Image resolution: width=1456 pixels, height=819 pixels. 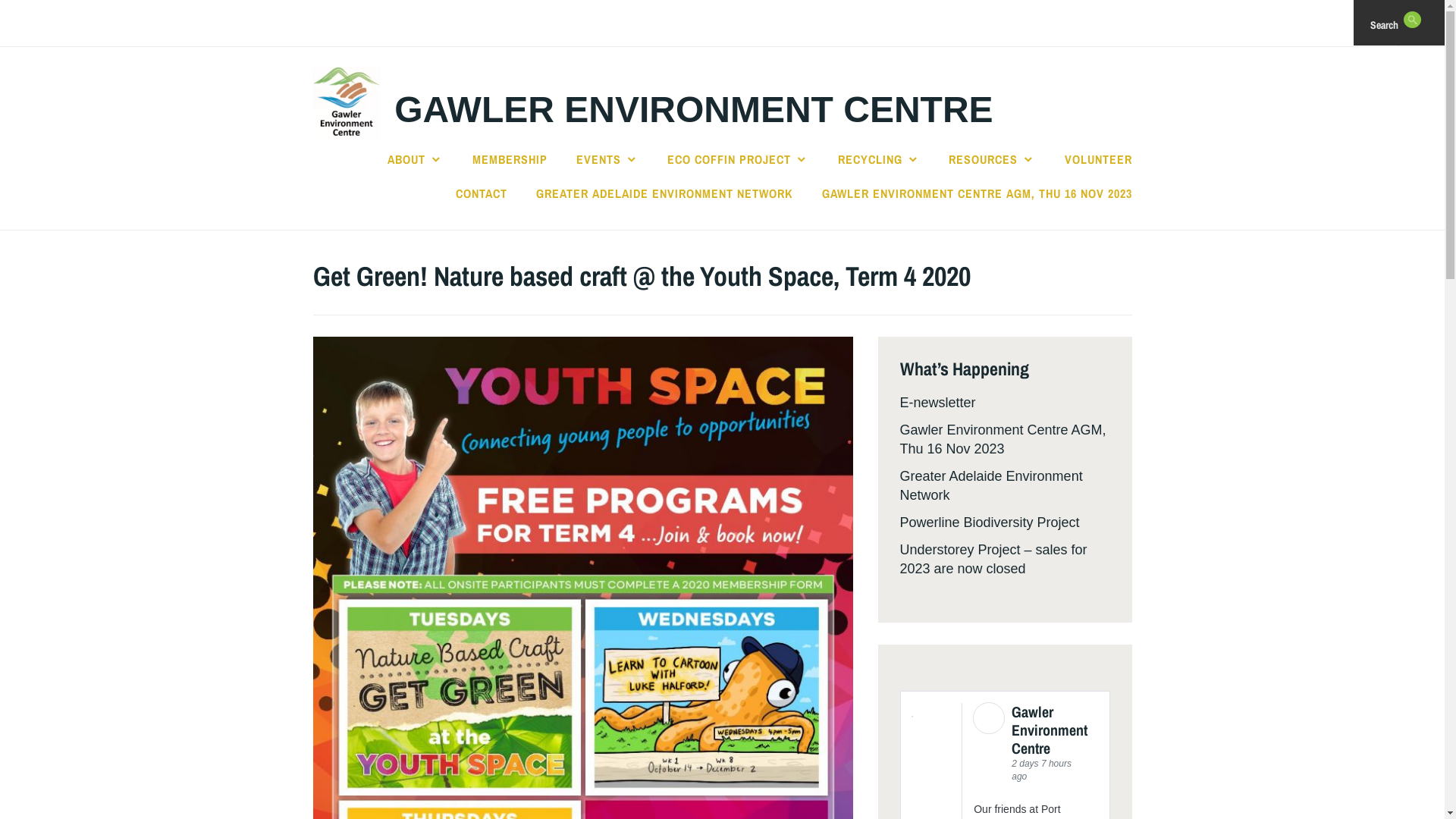 What do you see at coordinates (937, 402) in the screenshot?
I see `'E-newsletter'` at bounding box center [937, 402].